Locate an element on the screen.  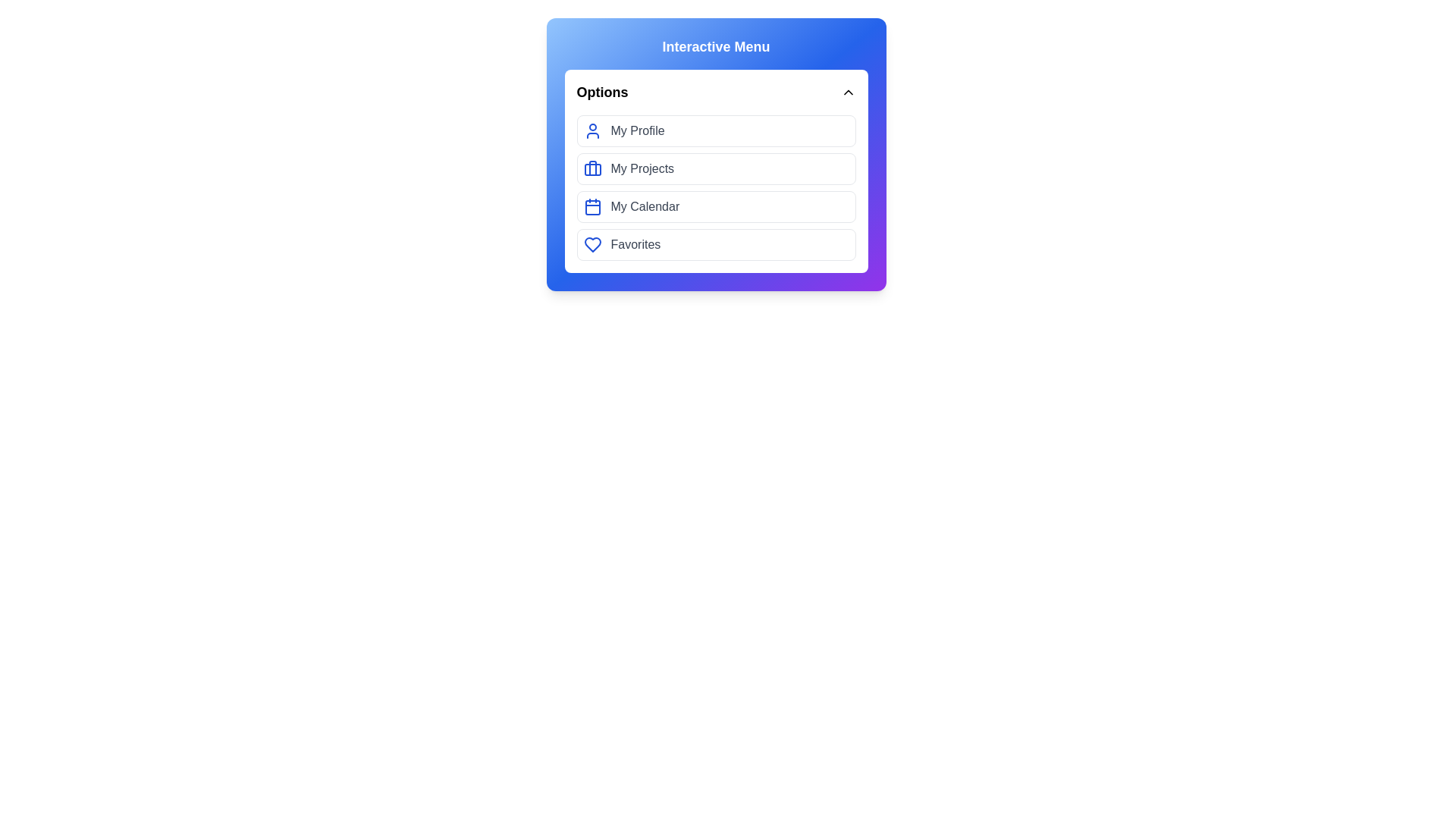
the 'Favorites' text label is located at coordinates (635, 244).